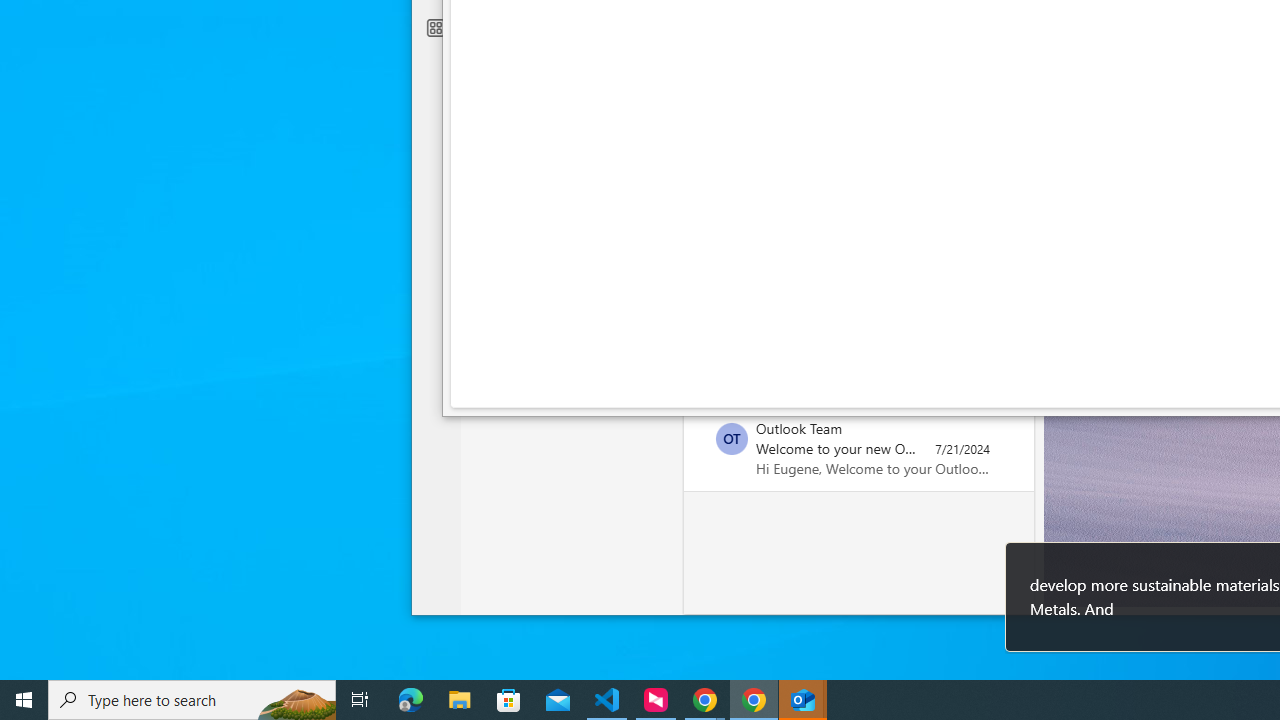  I want to click on 'Google Chrome - 3 running windows', so click(705, 698).